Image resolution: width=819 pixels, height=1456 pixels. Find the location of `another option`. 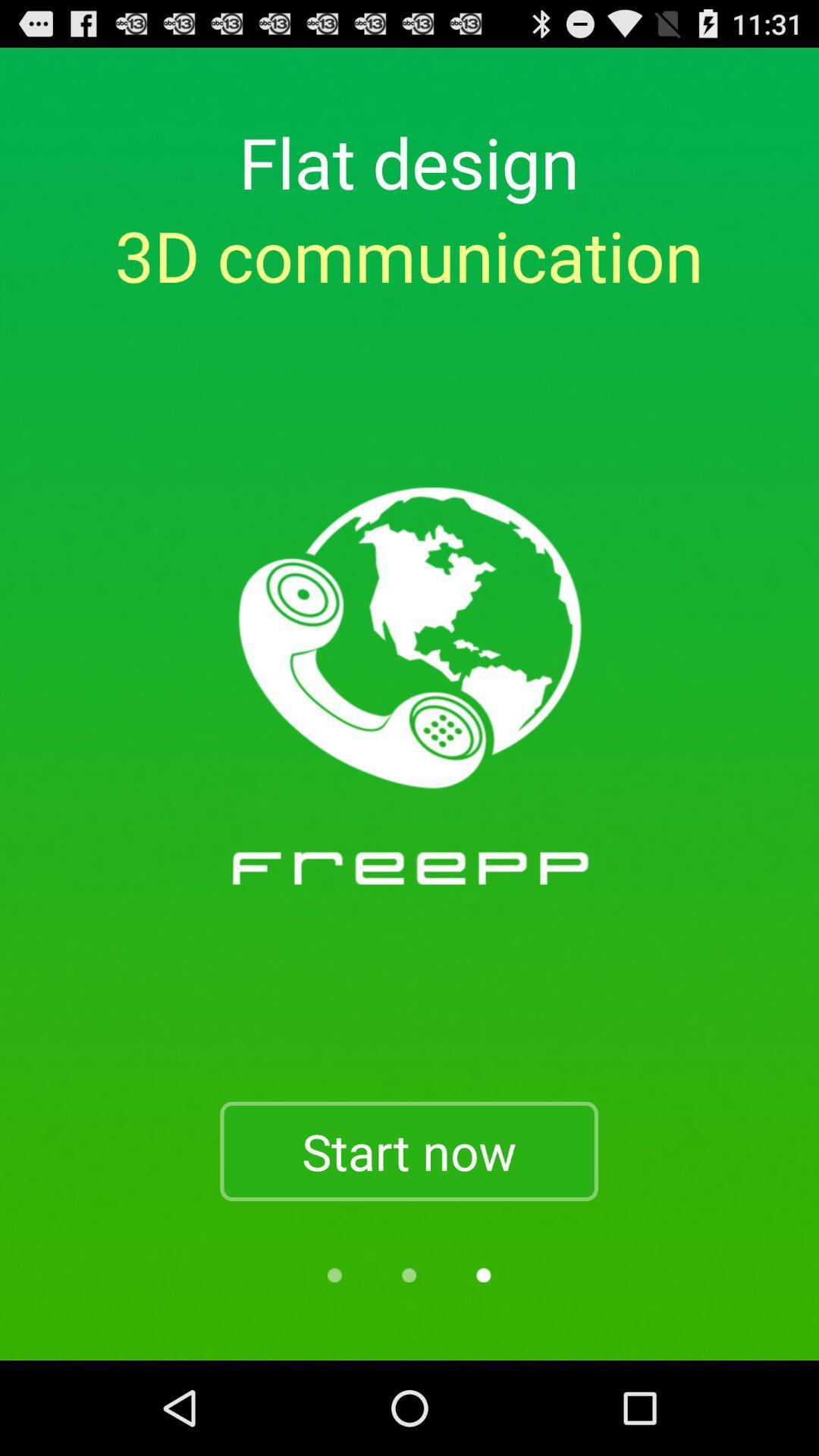

another option is located at coordinates (334, 1274).